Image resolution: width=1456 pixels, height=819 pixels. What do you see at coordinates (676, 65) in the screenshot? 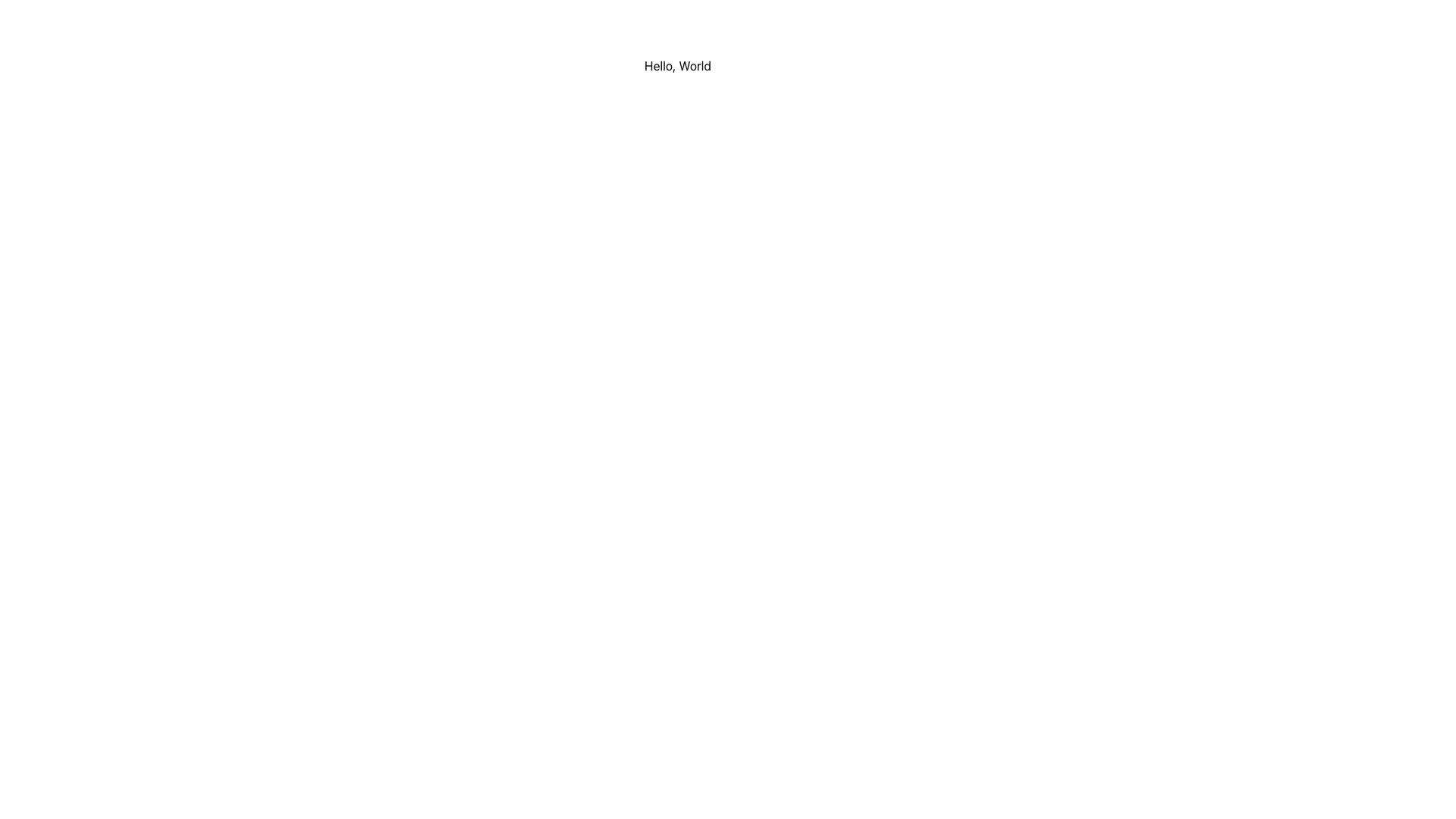
I see `the Text Label element that states 'Hello, World', which is located at the top of its white background panel` at bounding box center [676, 65].